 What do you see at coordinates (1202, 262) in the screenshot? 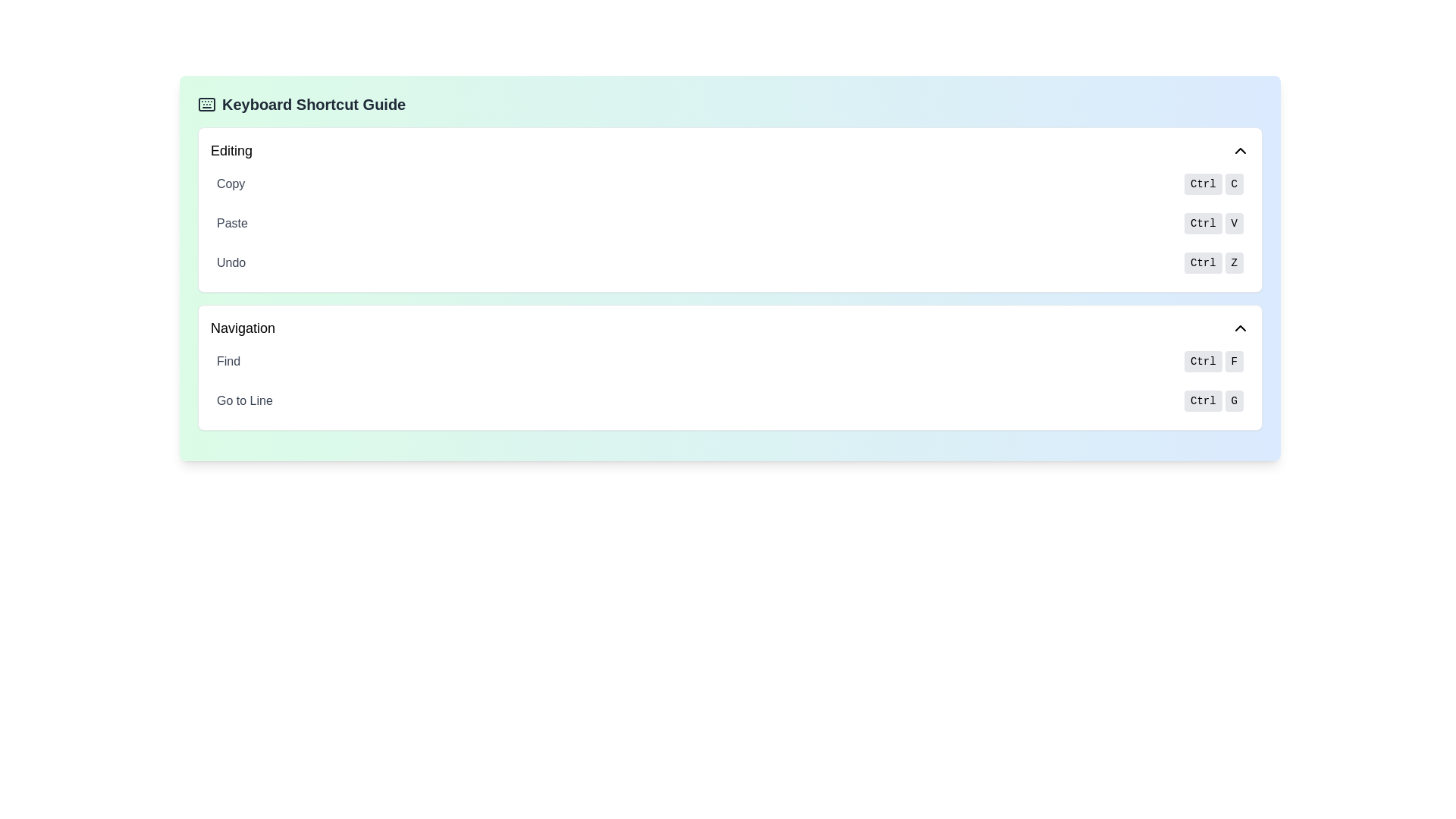
I see `text 'Ctrl' from the leftmost button-like label in the 'Undo' row under the 'Editing' section of the 'Keyboard Shortcut Guide' panel` at bounding box center [1202, 262].